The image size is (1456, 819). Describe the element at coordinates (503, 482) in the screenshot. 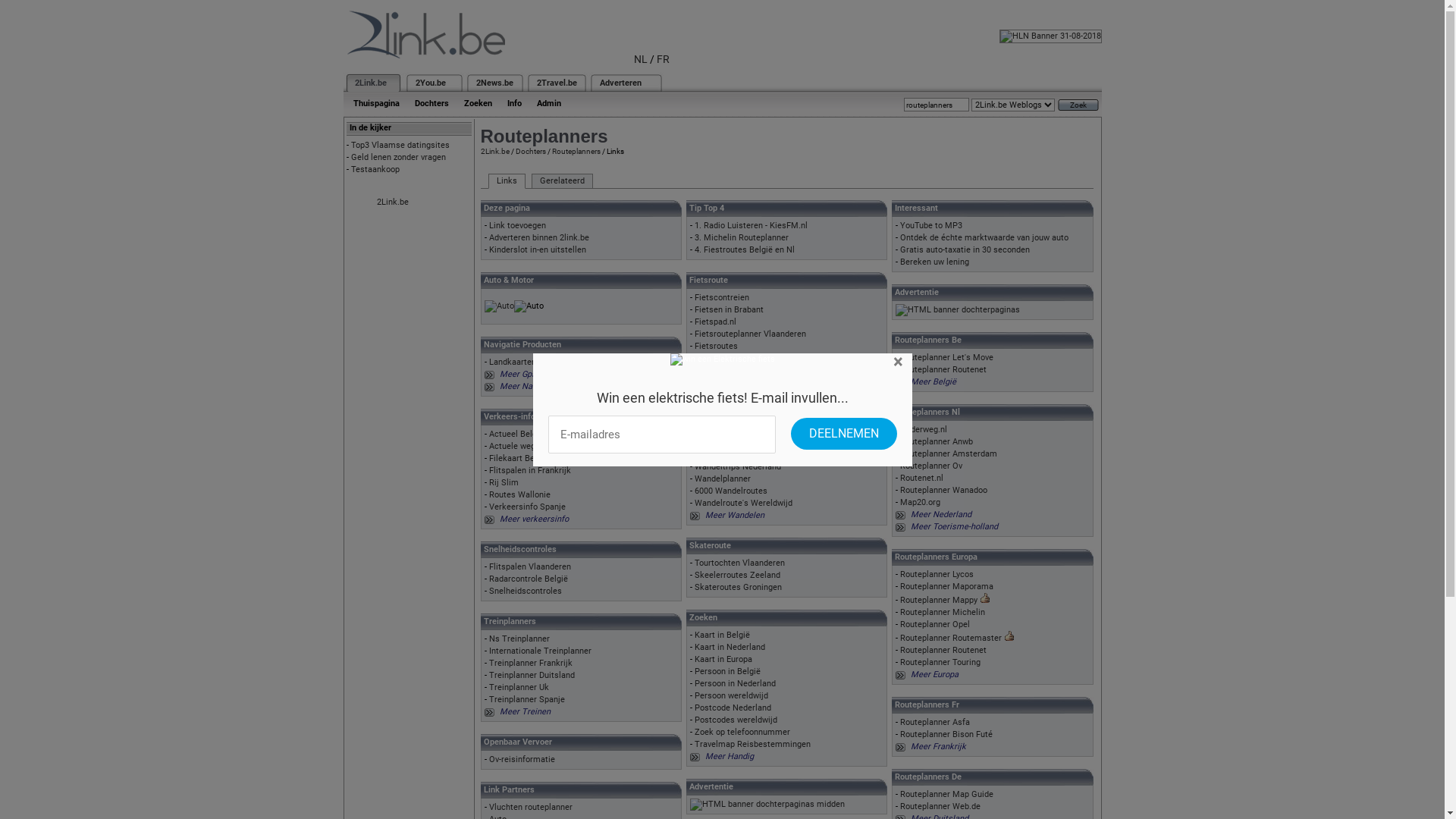

I see `'Rij Slim'` at that location.